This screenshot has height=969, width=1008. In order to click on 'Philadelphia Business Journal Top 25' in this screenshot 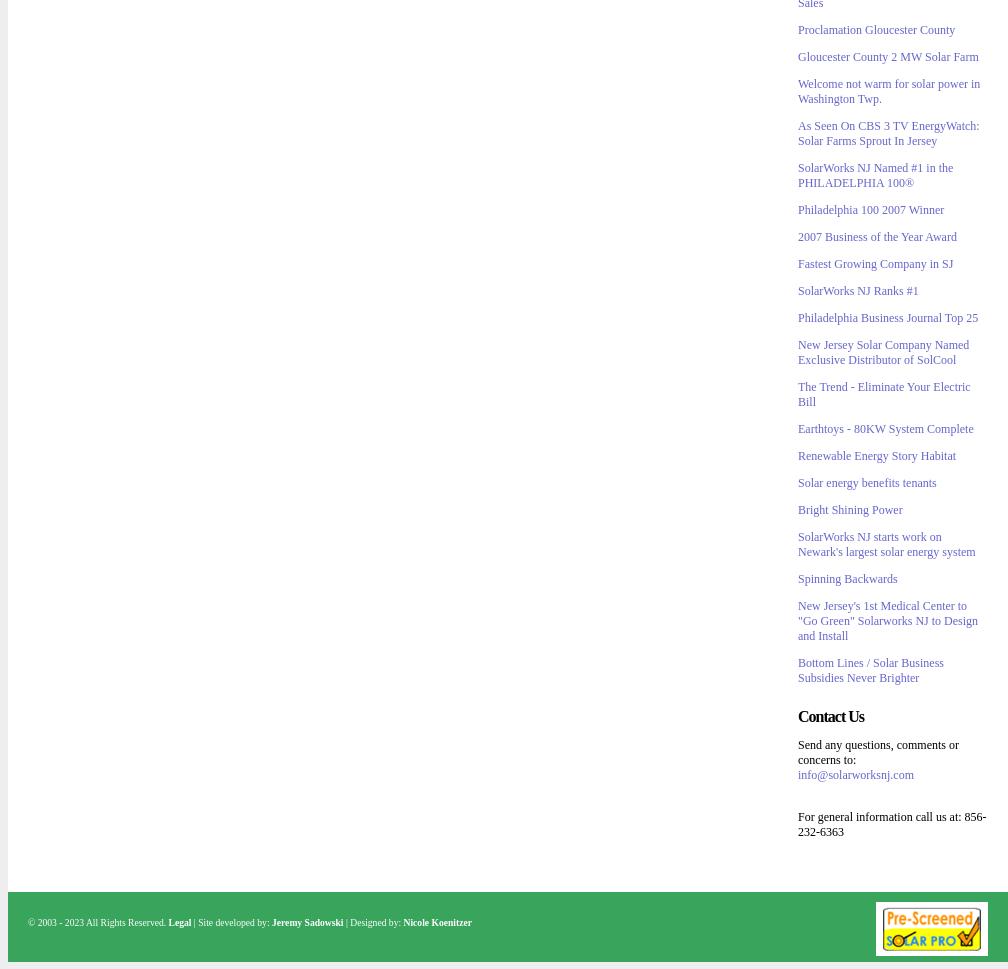, I will do `click(888, 317)`.